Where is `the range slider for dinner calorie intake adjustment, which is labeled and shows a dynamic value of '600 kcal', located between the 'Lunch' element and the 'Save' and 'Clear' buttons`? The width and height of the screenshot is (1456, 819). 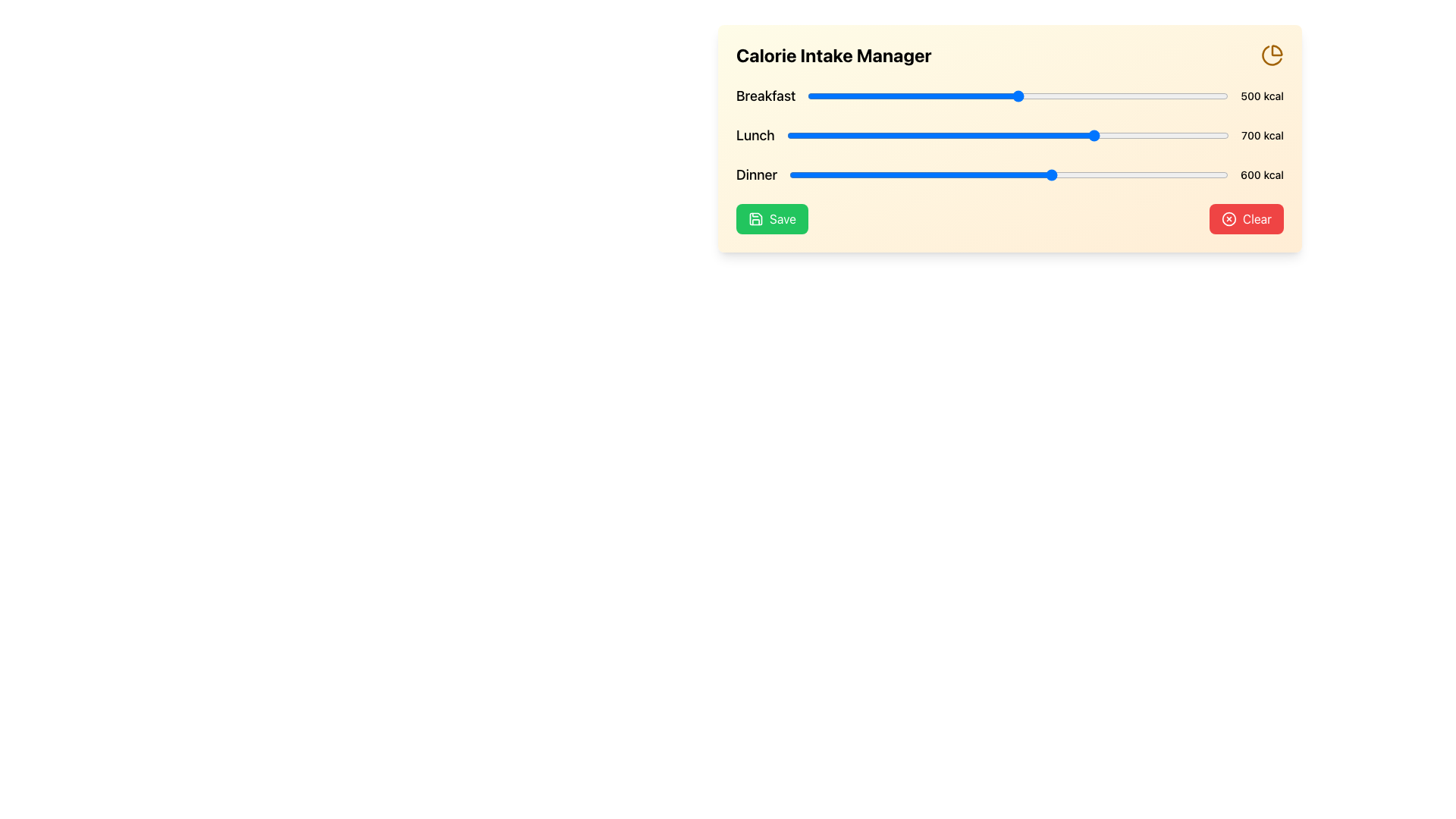
the range slider for dinner calorie intake adjustment, which is labeled and shows a dynamic value of '600 kcal', located between the 'Lunch' element and the 'Save' and 'Clear' buttons is located at coordinates (1009, 174).